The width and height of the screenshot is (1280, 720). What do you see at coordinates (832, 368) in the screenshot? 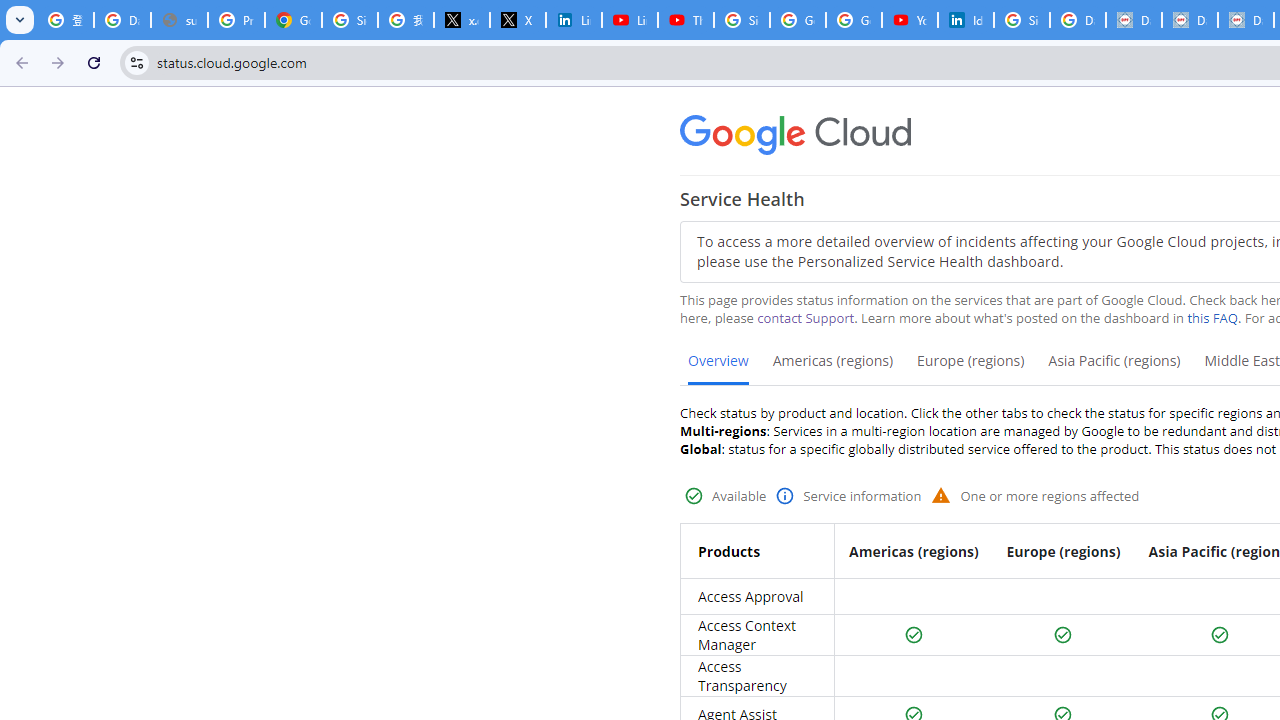
I see `'Americas (regions)'` at bounding box center [832, 368].